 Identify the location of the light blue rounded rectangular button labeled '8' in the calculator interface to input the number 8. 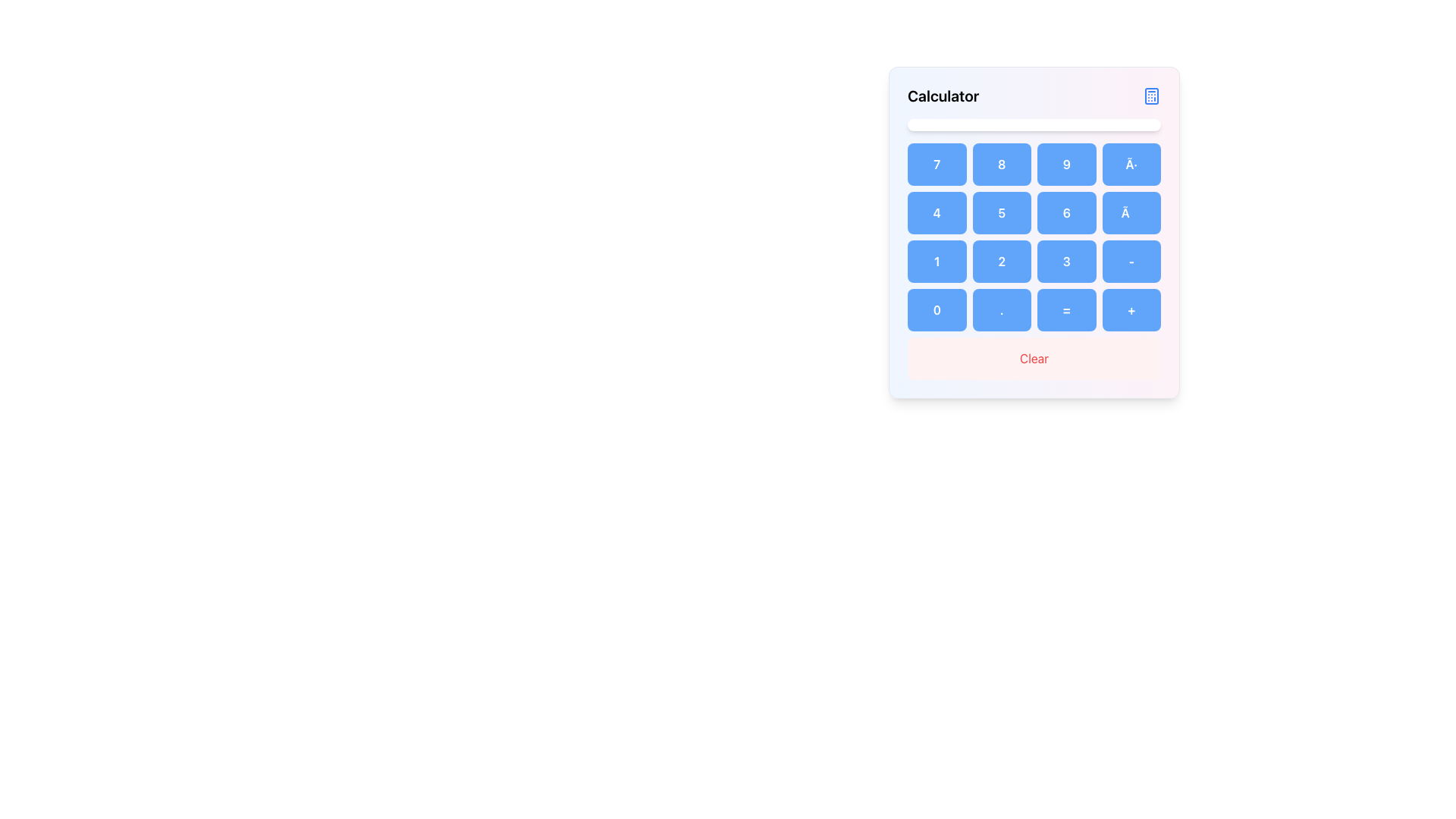
(1002, 164).